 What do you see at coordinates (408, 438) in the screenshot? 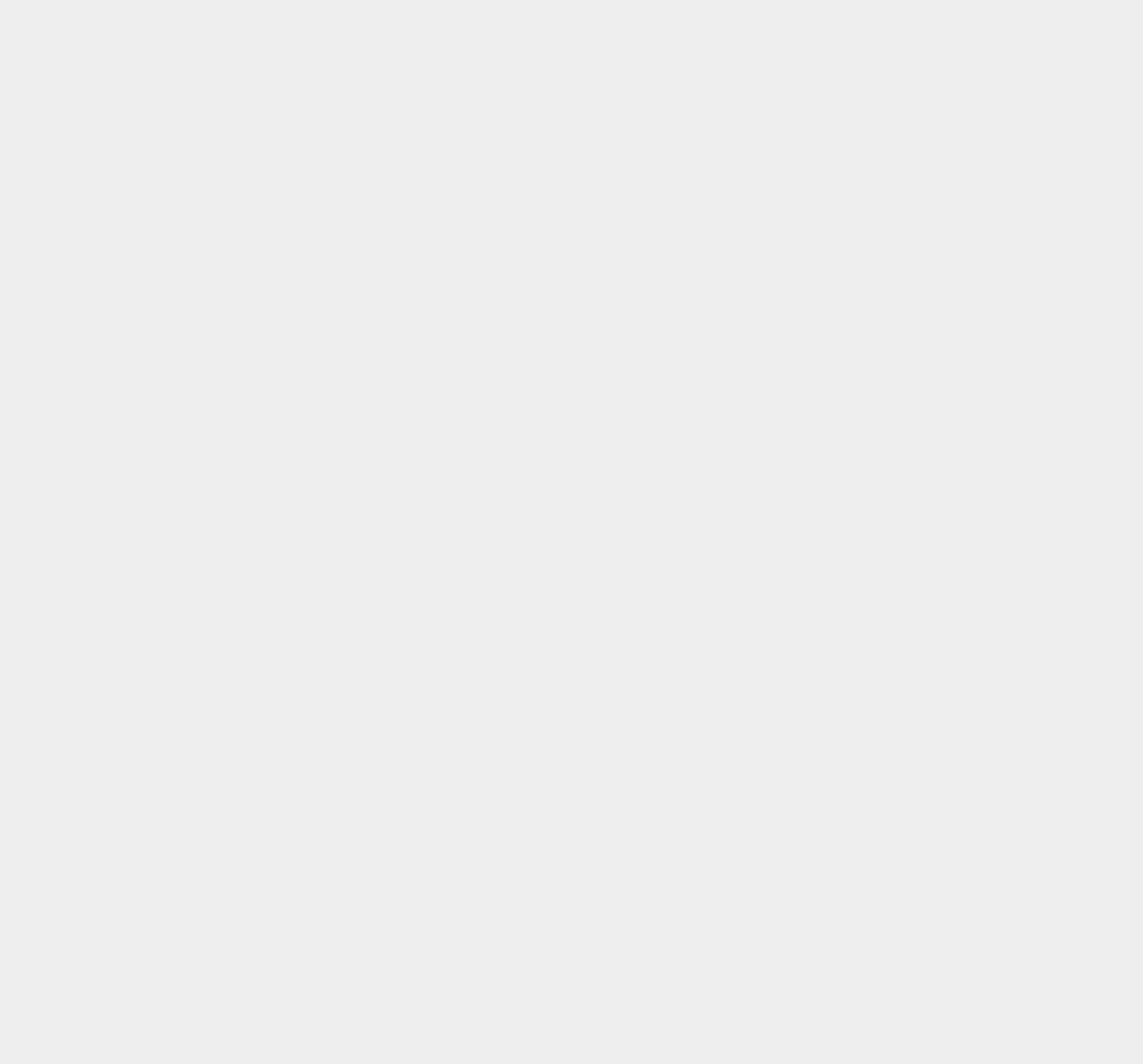
I see `'social network in June 2011.'` at bounding box center [408, 438].